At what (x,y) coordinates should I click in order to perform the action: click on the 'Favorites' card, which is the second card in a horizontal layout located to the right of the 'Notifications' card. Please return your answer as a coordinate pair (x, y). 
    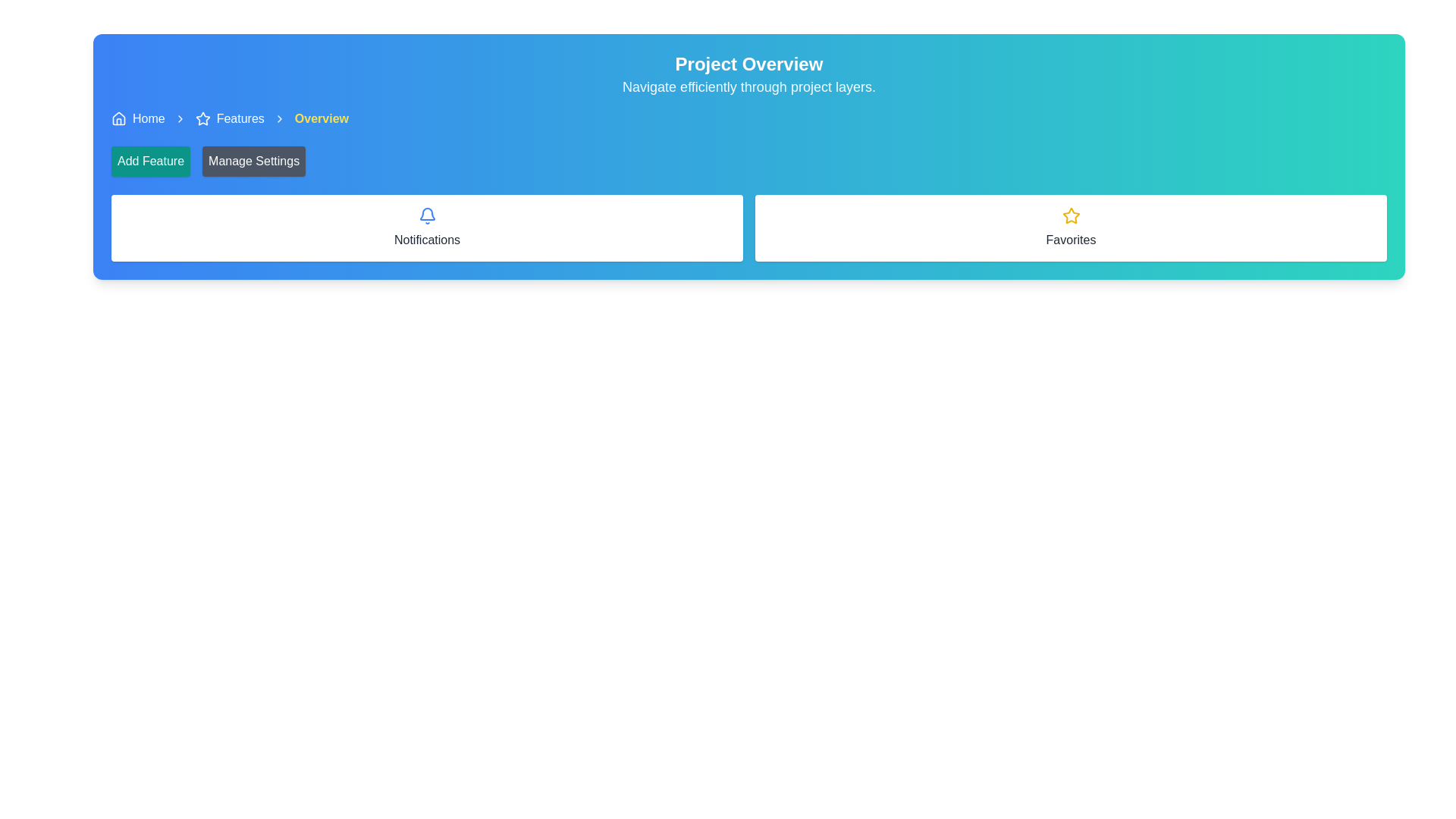
    Looking at the image, I should click on (1070, 227).